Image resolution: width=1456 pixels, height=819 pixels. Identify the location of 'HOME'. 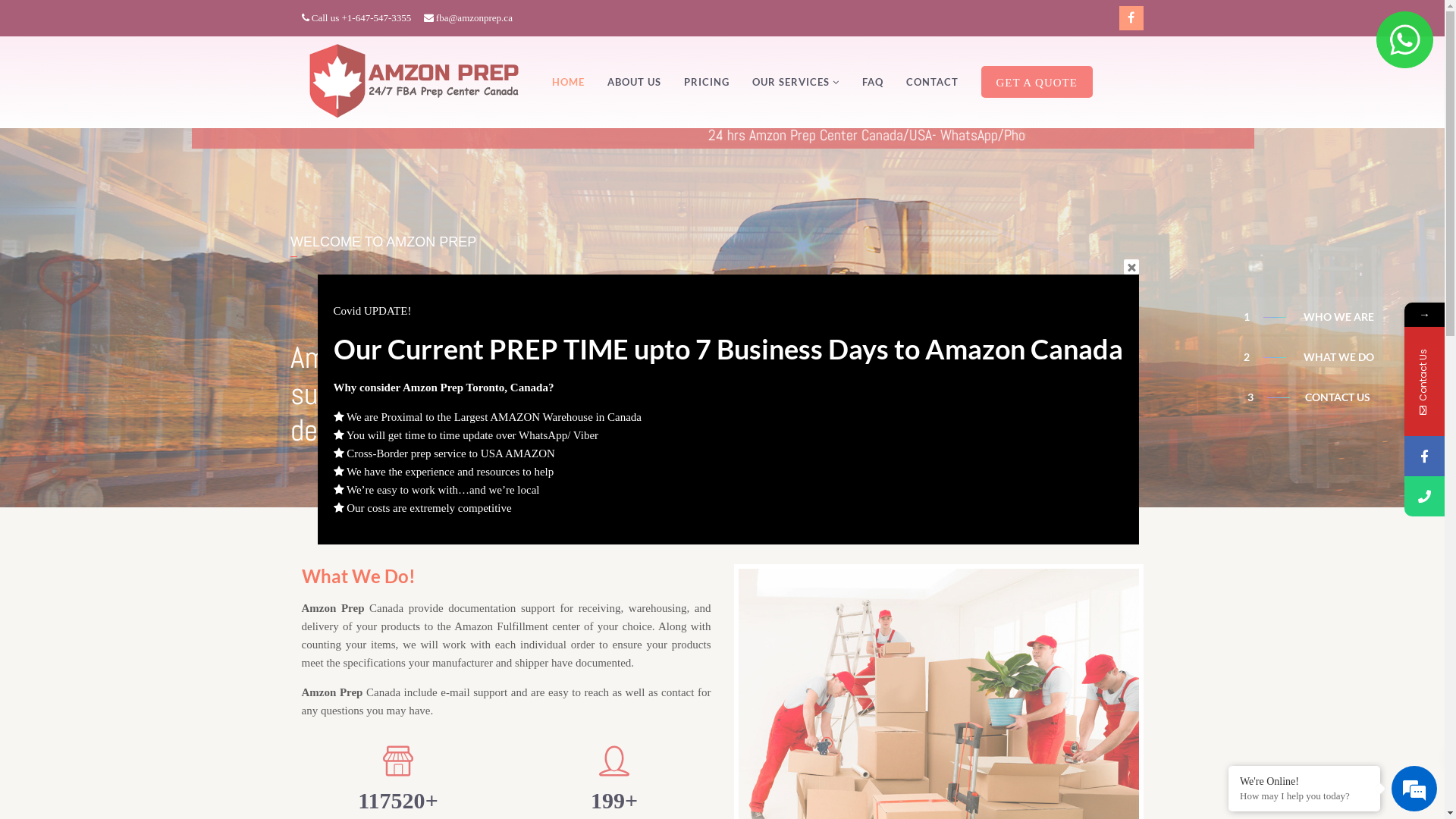
(567, 82).